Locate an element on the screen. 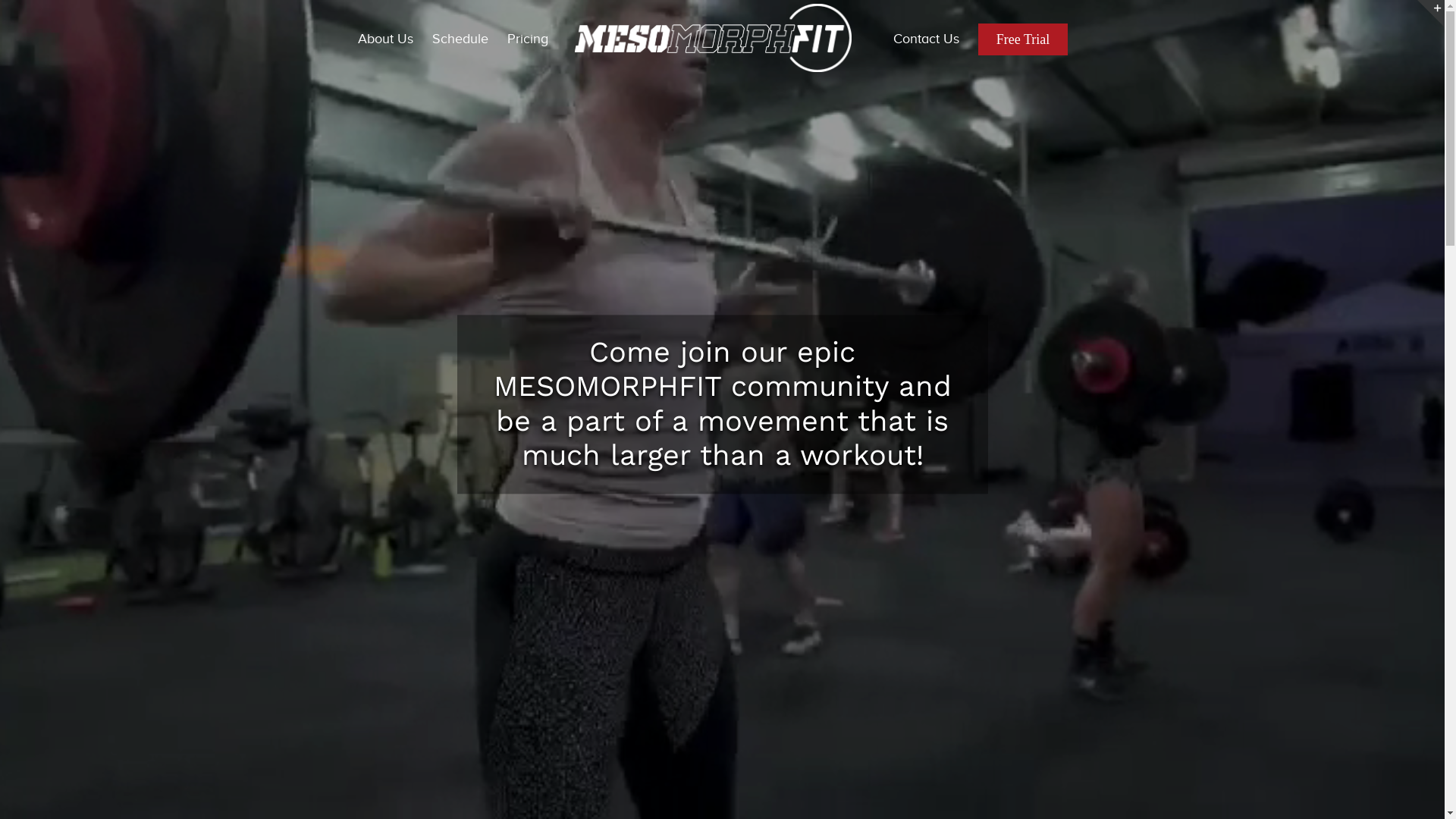  'Pricing' is located at coordinates (528, 37).